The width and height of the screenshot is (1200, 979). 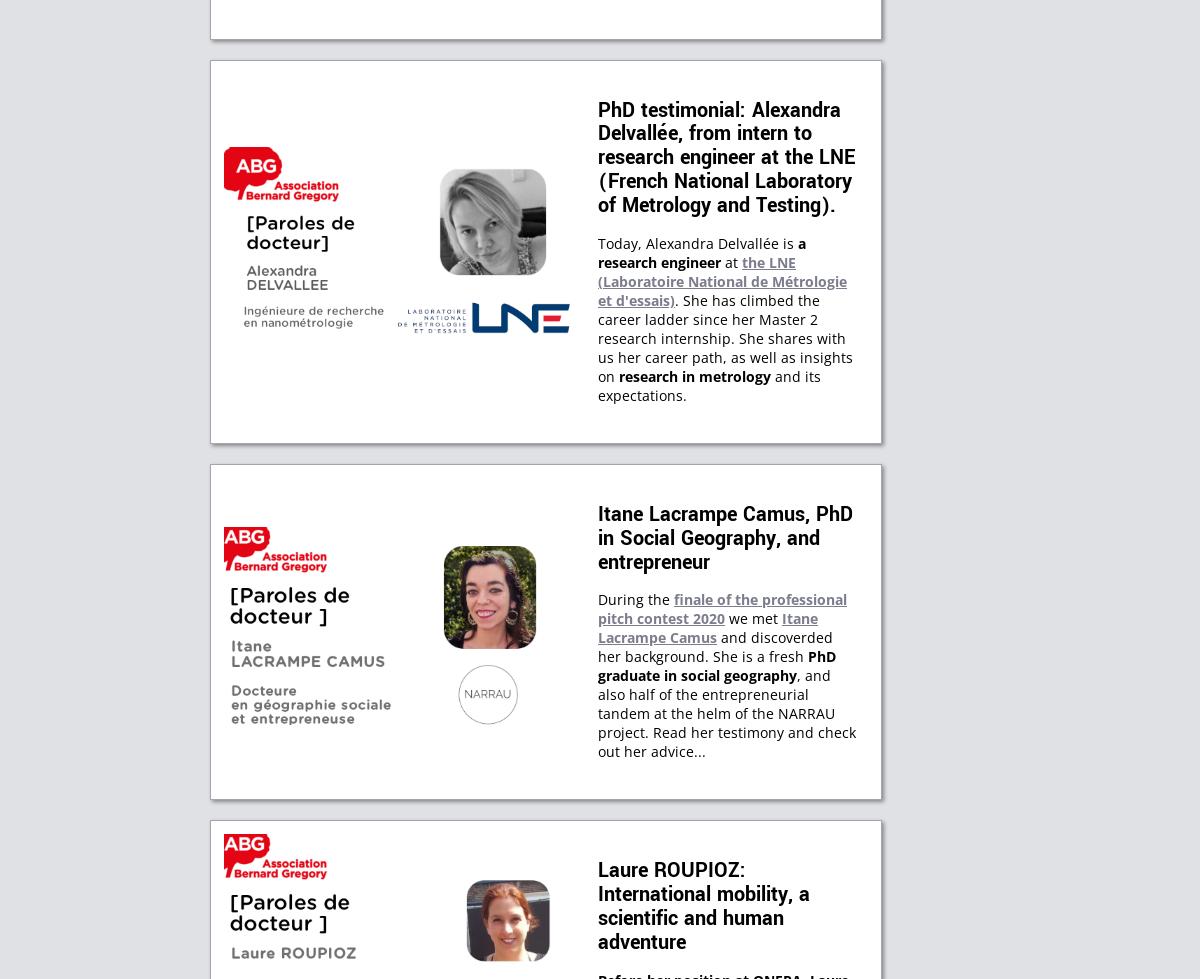 I want to click on 'Itane Lacrampe Camus', so click(x=708, y=627).